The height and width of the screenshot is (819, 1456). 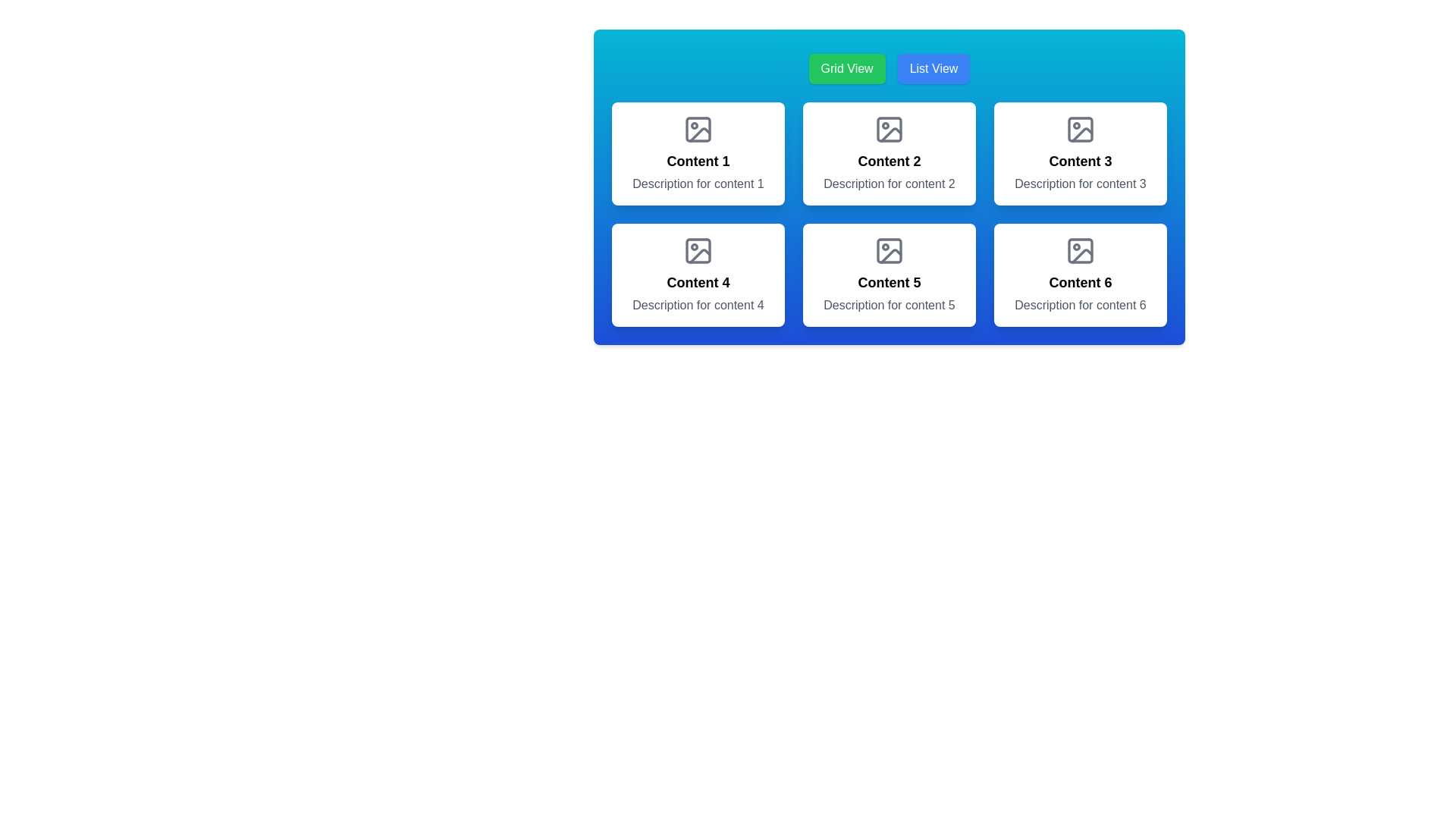 What do you see at coordinates (1080, 184) in the screenshot?
I see `the text label providing contextual information for the card labeled 'Content 3', which is positioned directly below the title within the third card of a 3x2 grid layout` at bounding box center [1080, 184].